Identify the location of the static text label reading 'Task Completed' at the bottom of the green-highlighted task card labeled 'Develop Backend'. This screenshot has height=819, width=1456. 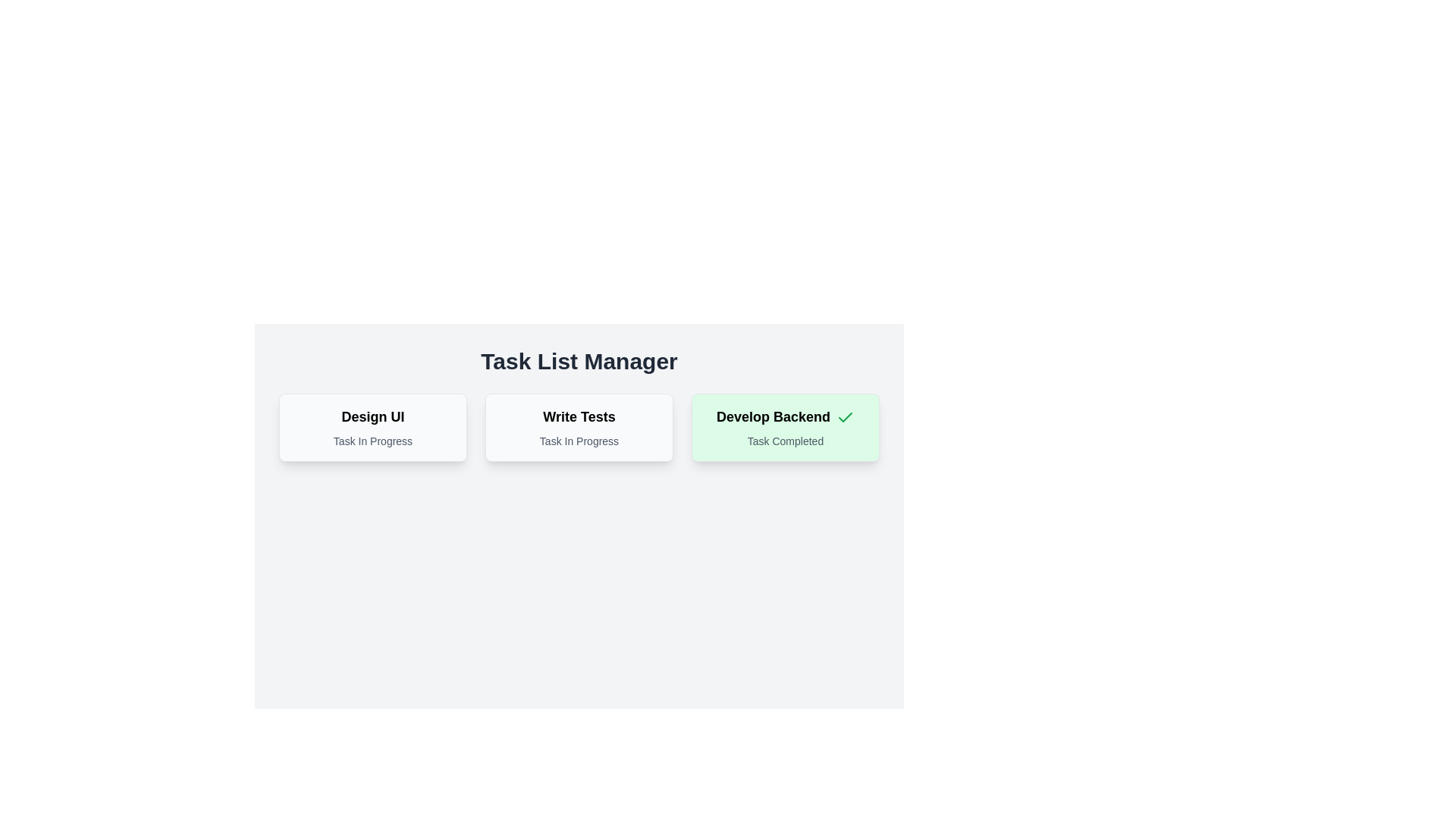
(786, 441).